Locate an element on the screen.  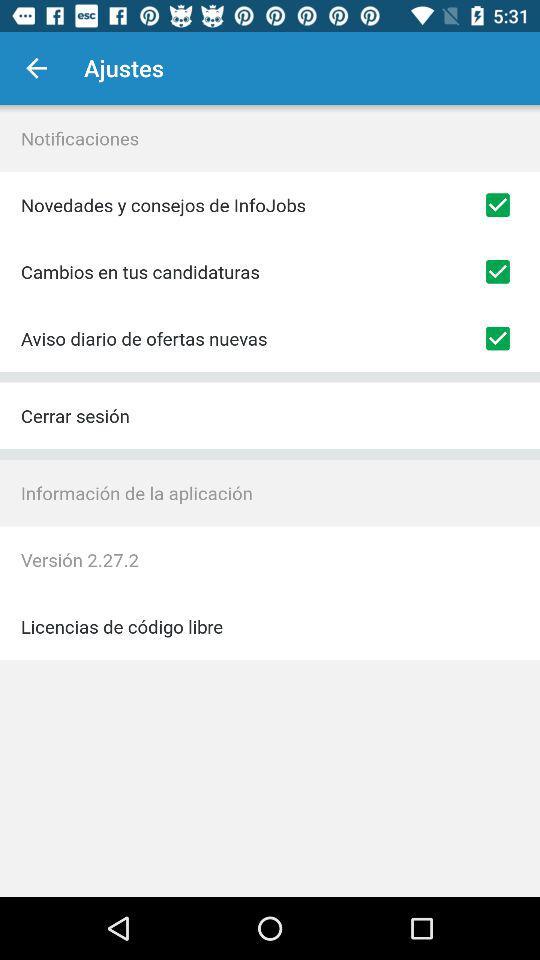
notification of new job offers is located at coordinates (496, 338).